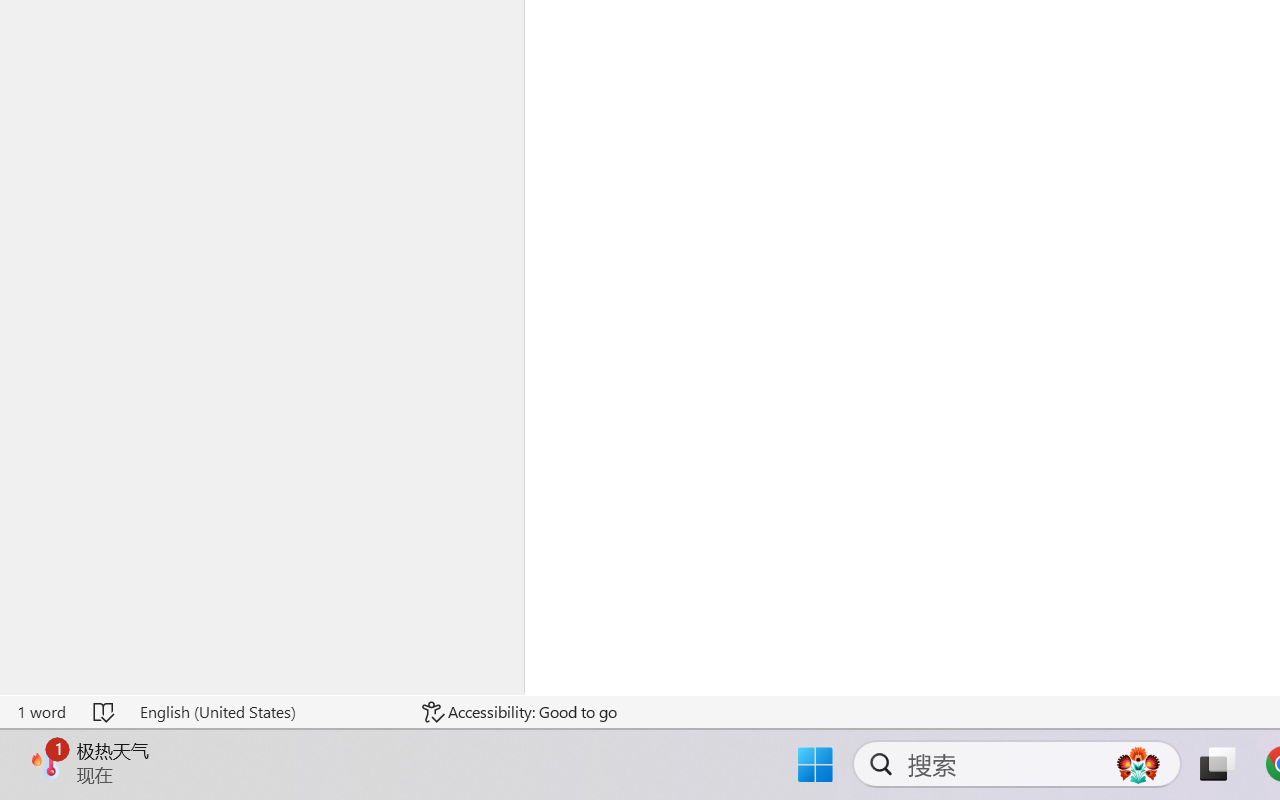  What do you see at coordinates (519, 711) in the screenshot?
I see `'Accessibility Checker Accessibility: Good to go'` at bounding box center [519, 711].